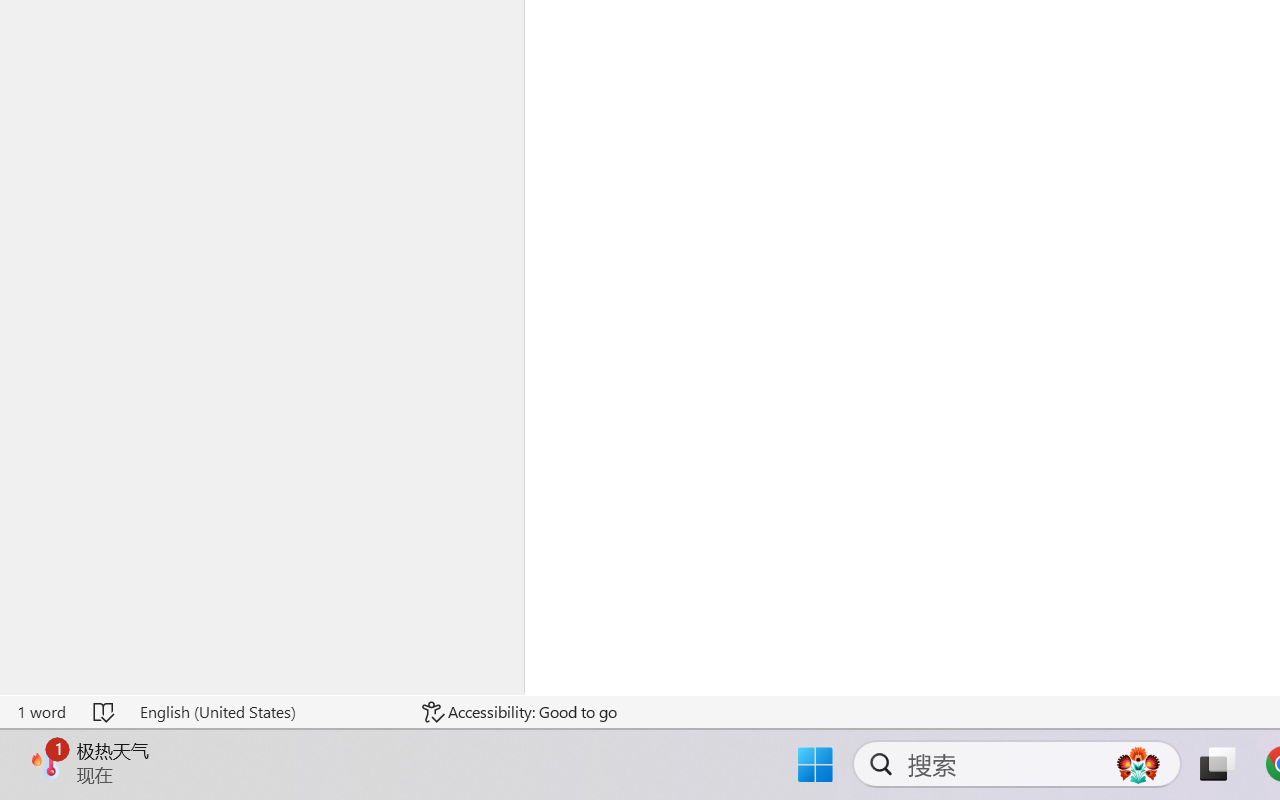  What do you see at coordinates (519, 711) in the screenshot?
I see `'Accessibility Checker Accessibility: Good to go'` at bounding box center [519, 711].